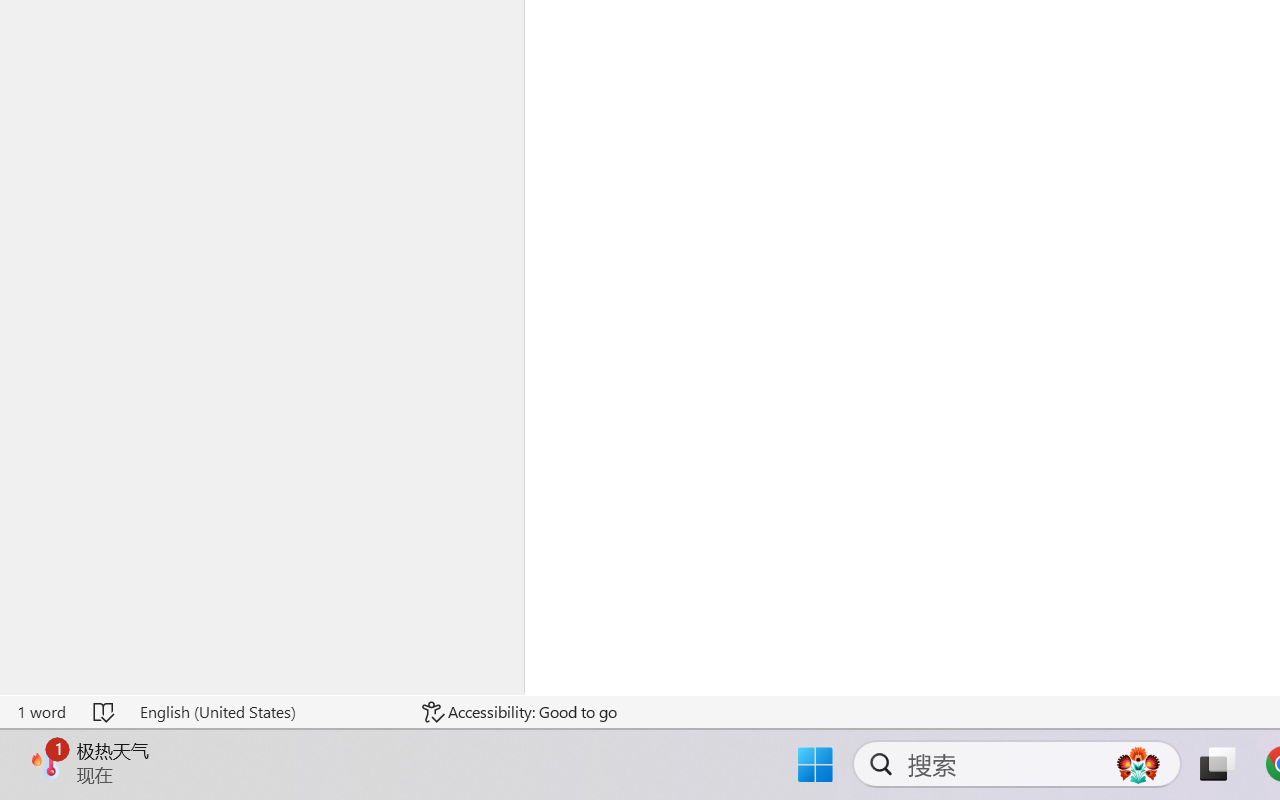  What do you see at coordinates (519, 711) in the screenshot?
I see `'Accessibility Checker Accessibility: Good to go'` at bounding box center [519, 711].